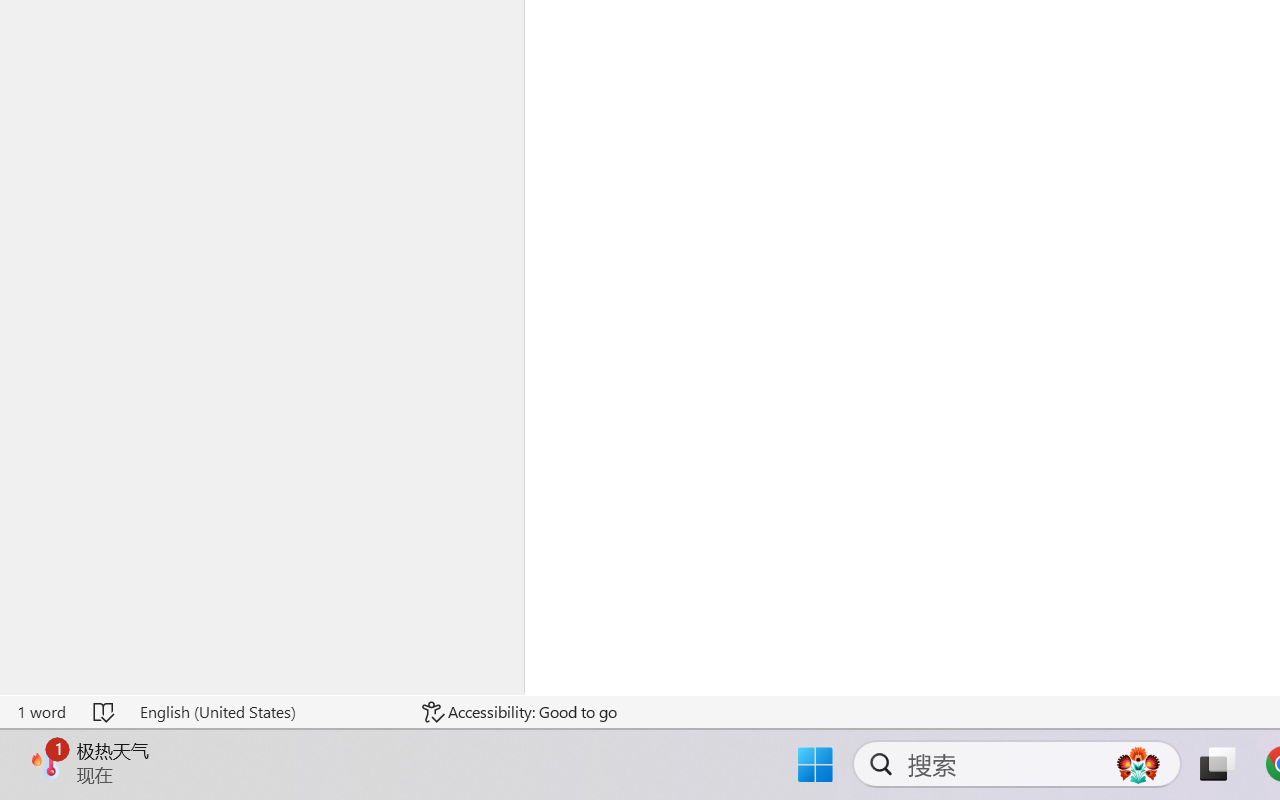  What do you see at coordinates (519, 711) in the screenshot?
I see `'Accessibility Checker Accessibility: Good to go'` at bounding box center [519, 711].